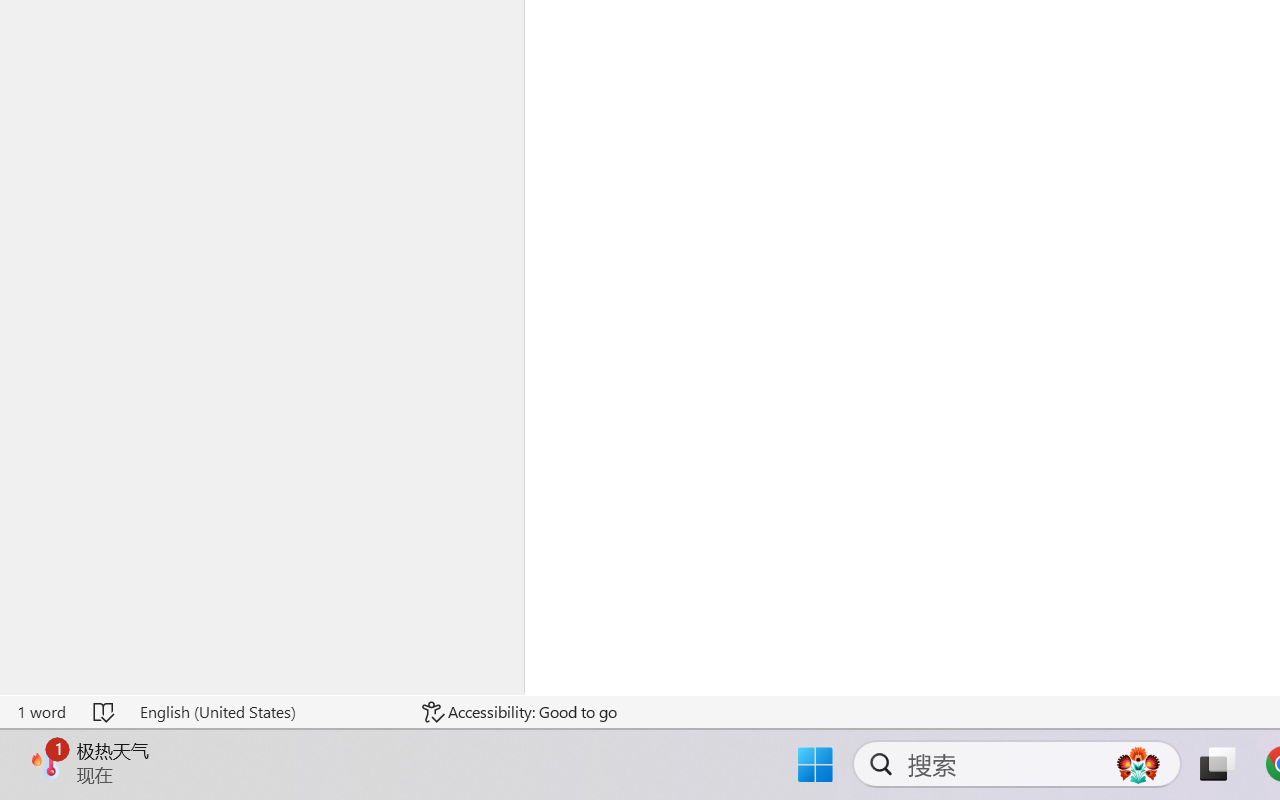  What do you see at coordinates (519, 711) in the screenshot?
I see `'Accessibility Checker Accessibility: Good to go'` at bounding box center [519, 711].